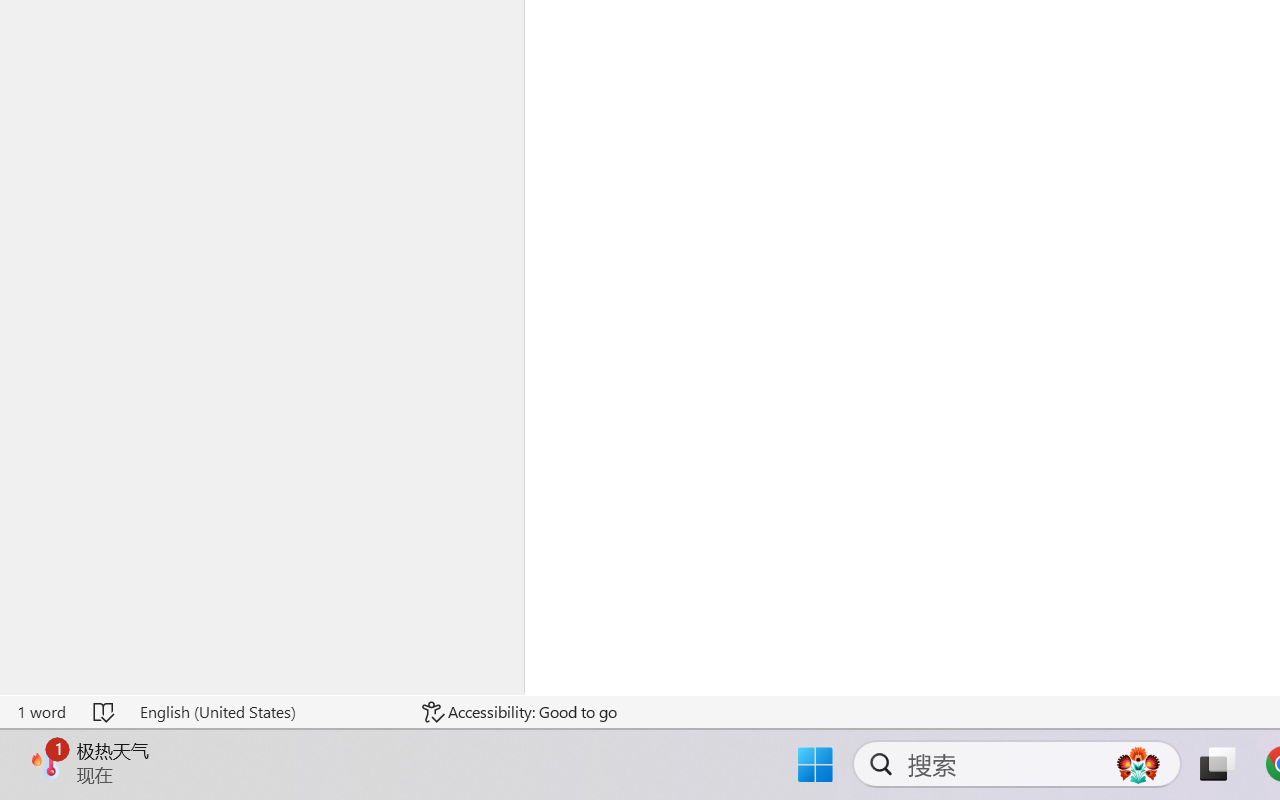  What do you see at coordinates (519, 711) in the screenshot?
I see `'Accessibility Checker Accessibility: Good to go'` at bounding box center [519, 711].